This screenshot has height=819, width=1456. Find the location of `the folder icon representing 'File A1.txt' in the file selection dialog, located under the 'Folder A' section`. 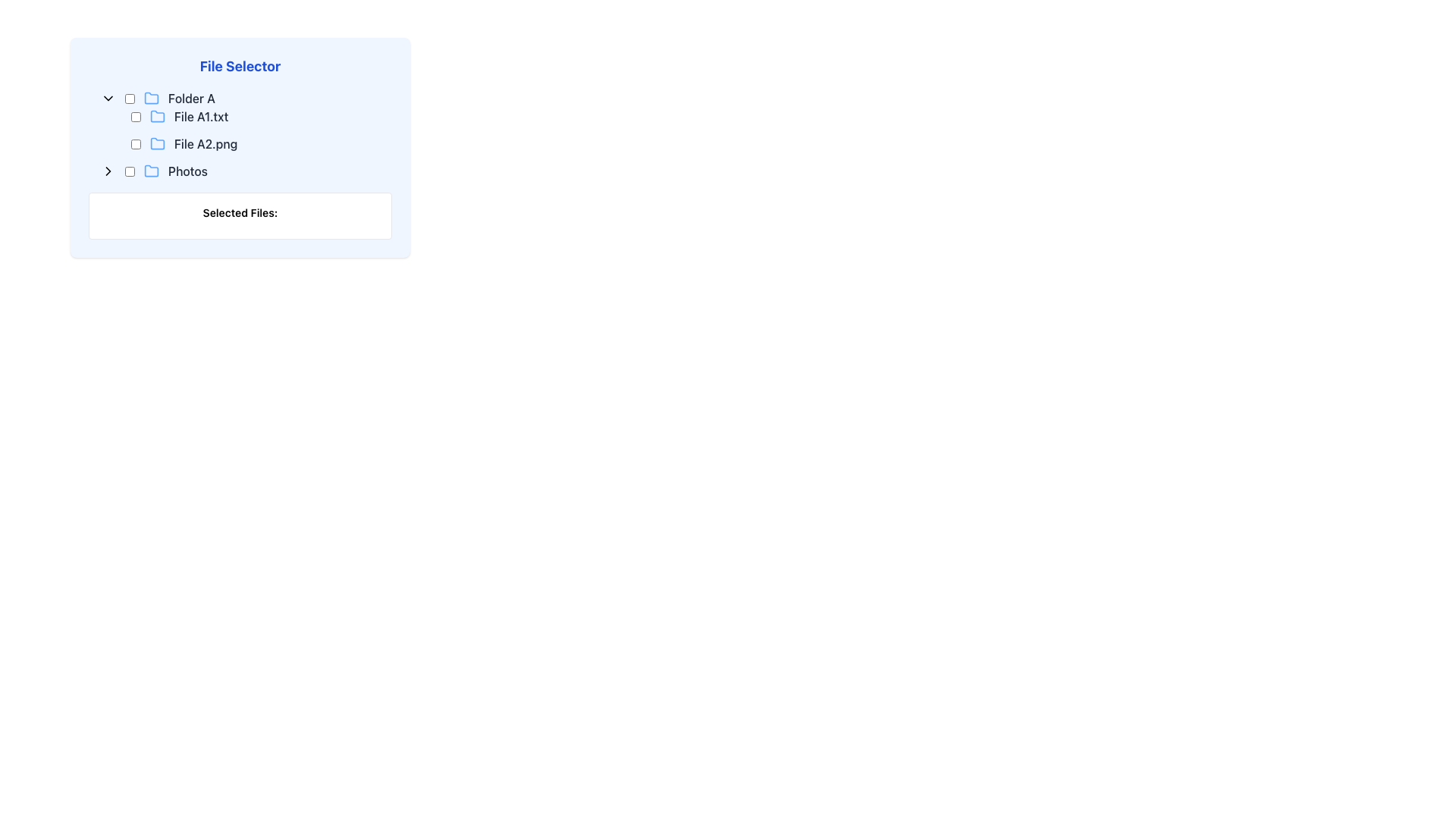

the folder icon representing 'File A1.txt' in the file selection dialog, located under the 'Folder A' section is located at coordinates (157, 115).